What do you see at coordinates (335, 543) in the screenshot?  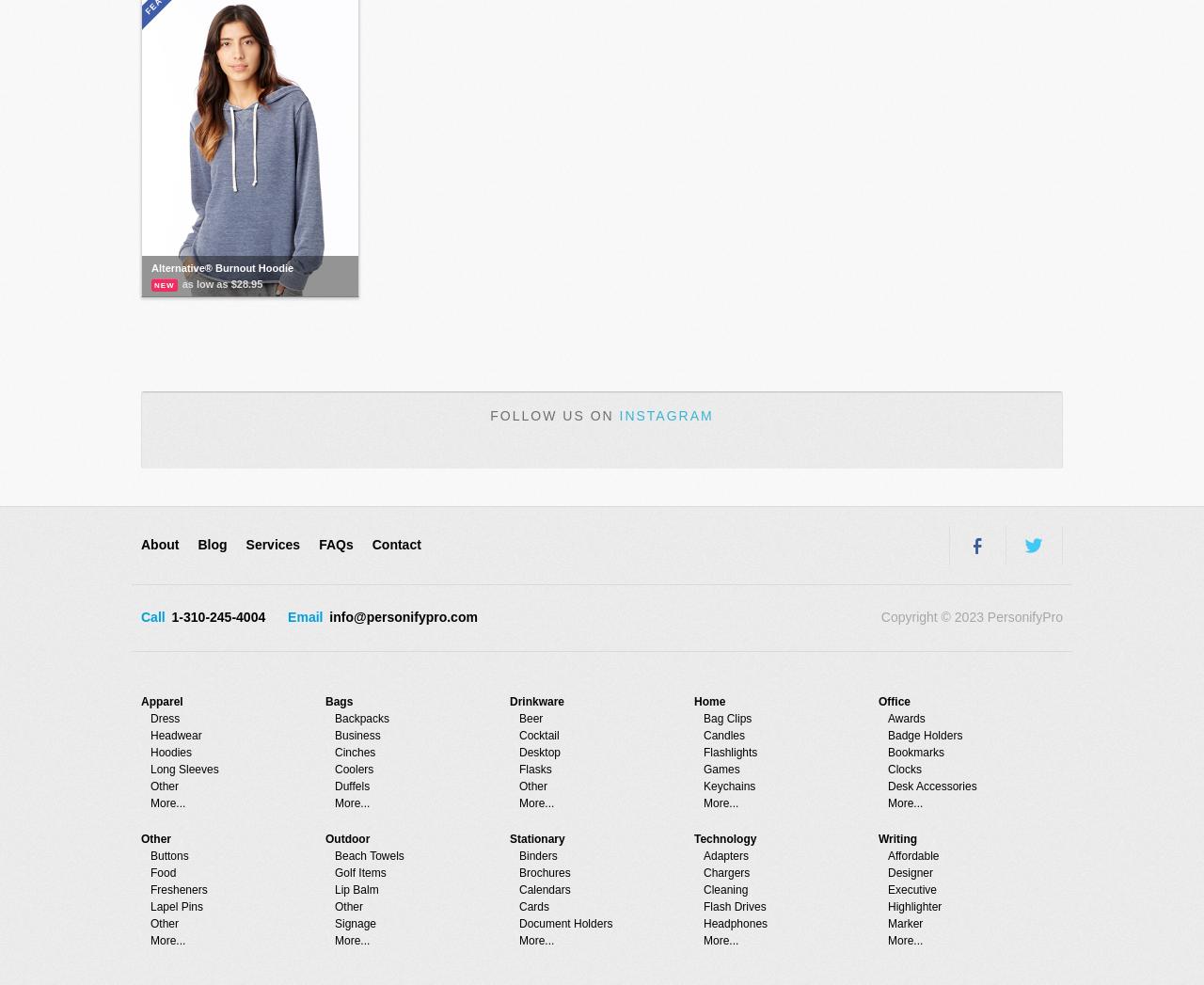 I see `'FAQs'` at bounding box center [335, 543].